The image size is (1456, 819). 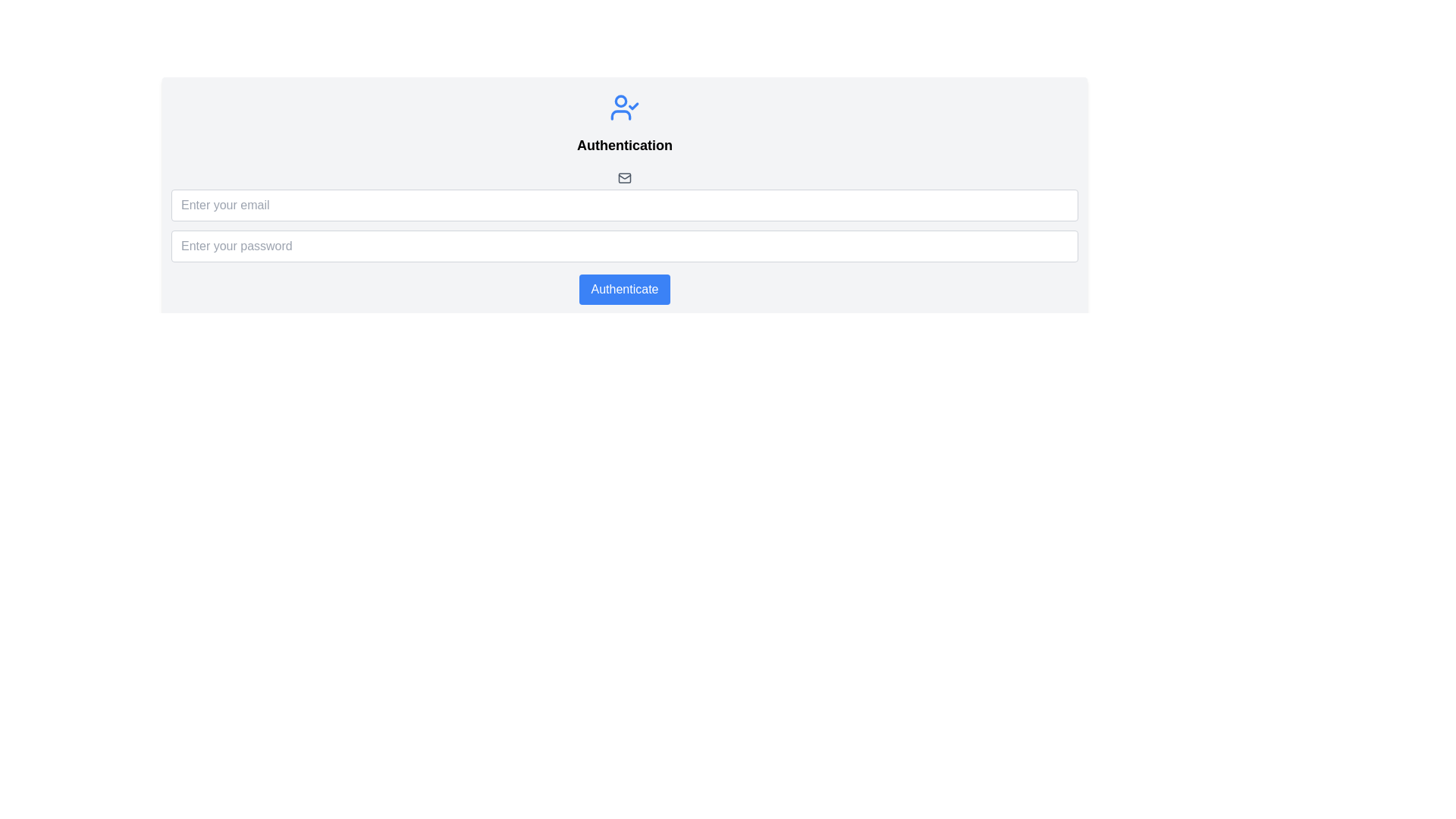 What do you see at coordinates (625, 244) in the screenshot?
I see `the password input field, which is a rectangular field with a light border, located below the 'Enter your email' field and above the 'Authenticate' button` at bounding box center [625, 244].